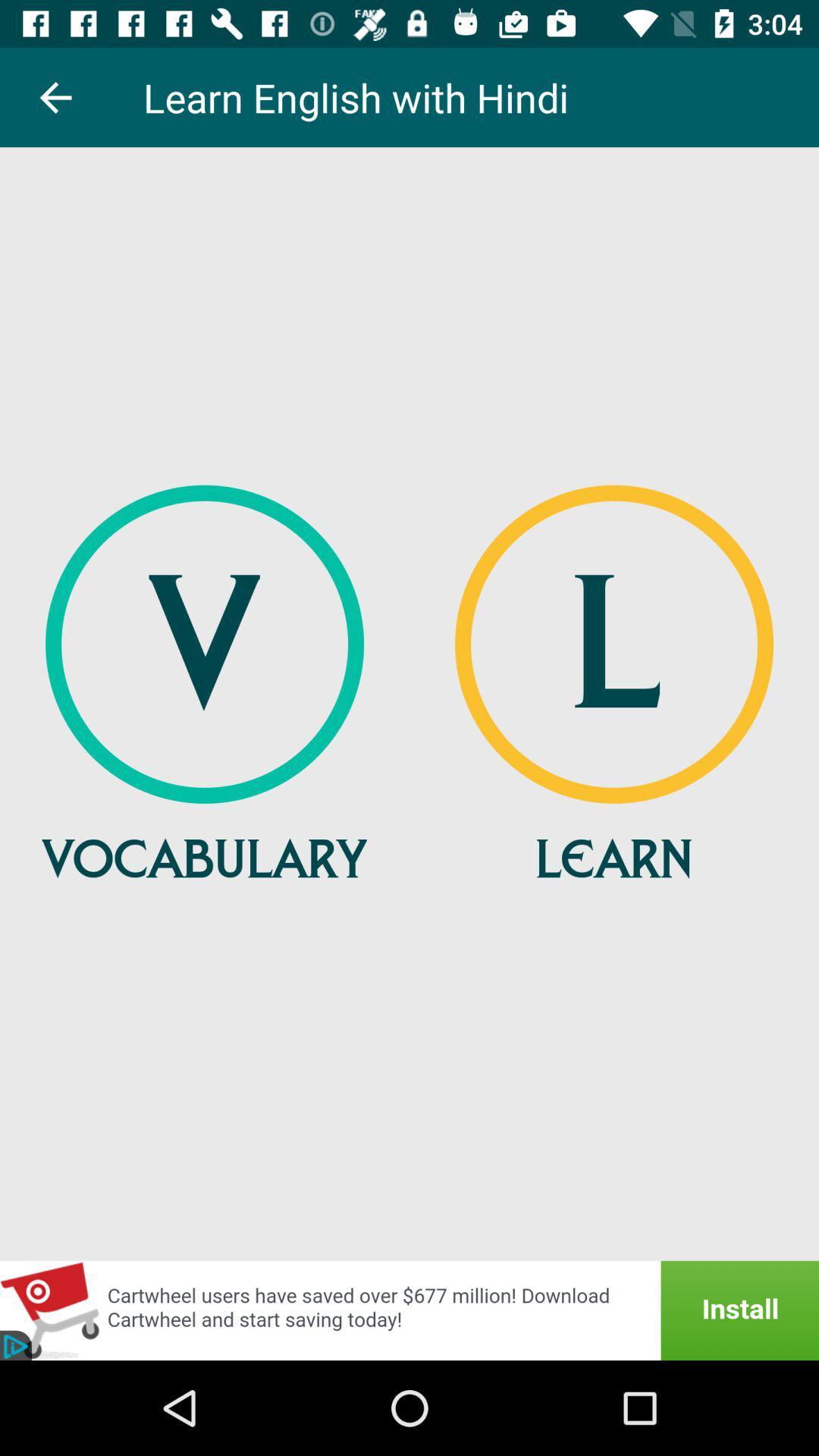 The image size is (819, 1456). I want to click on advertisement, so click(409, 1310).